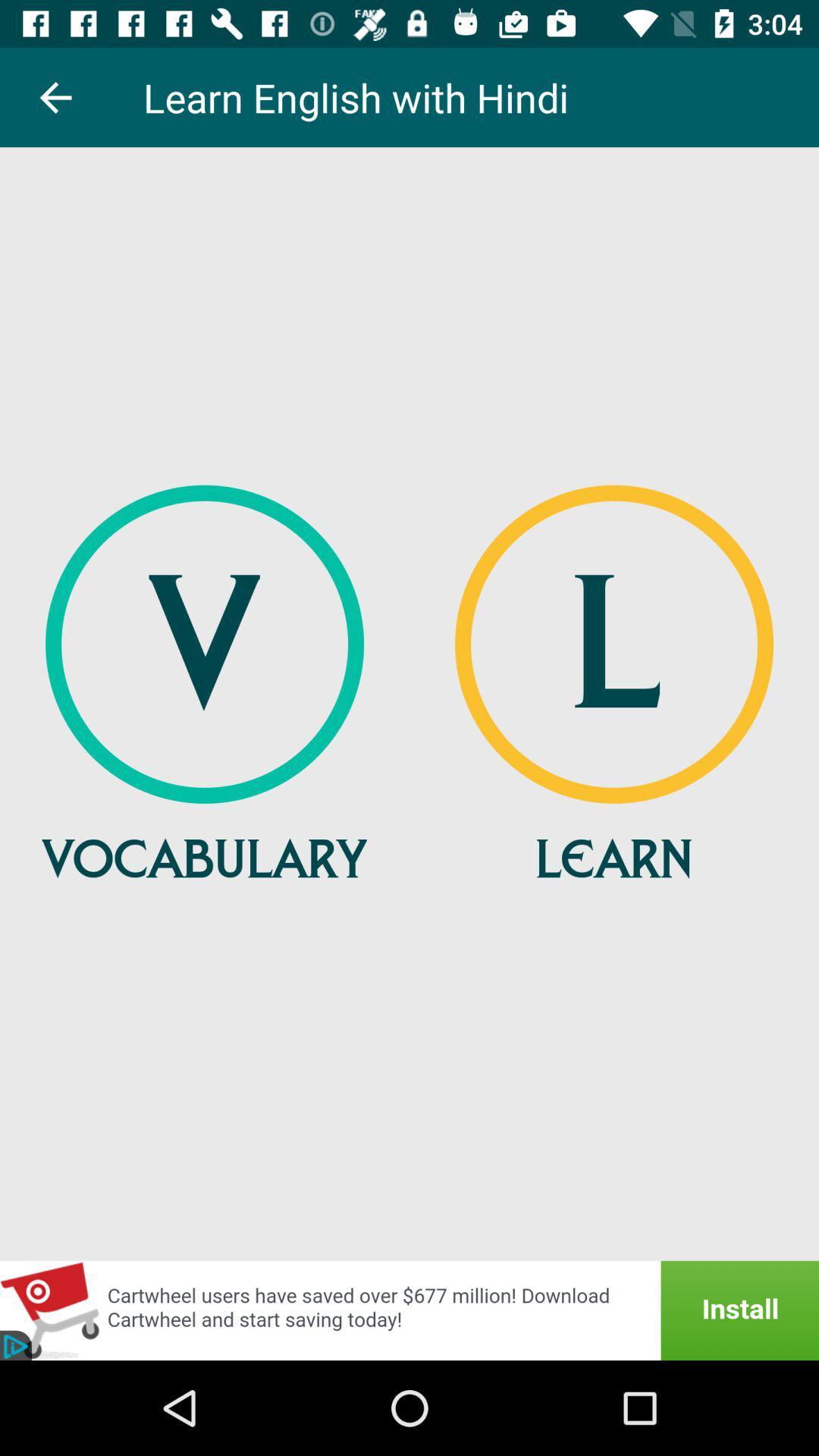 The image size is (819, 1456). I want to click on advertisement, so click(409, 1310).